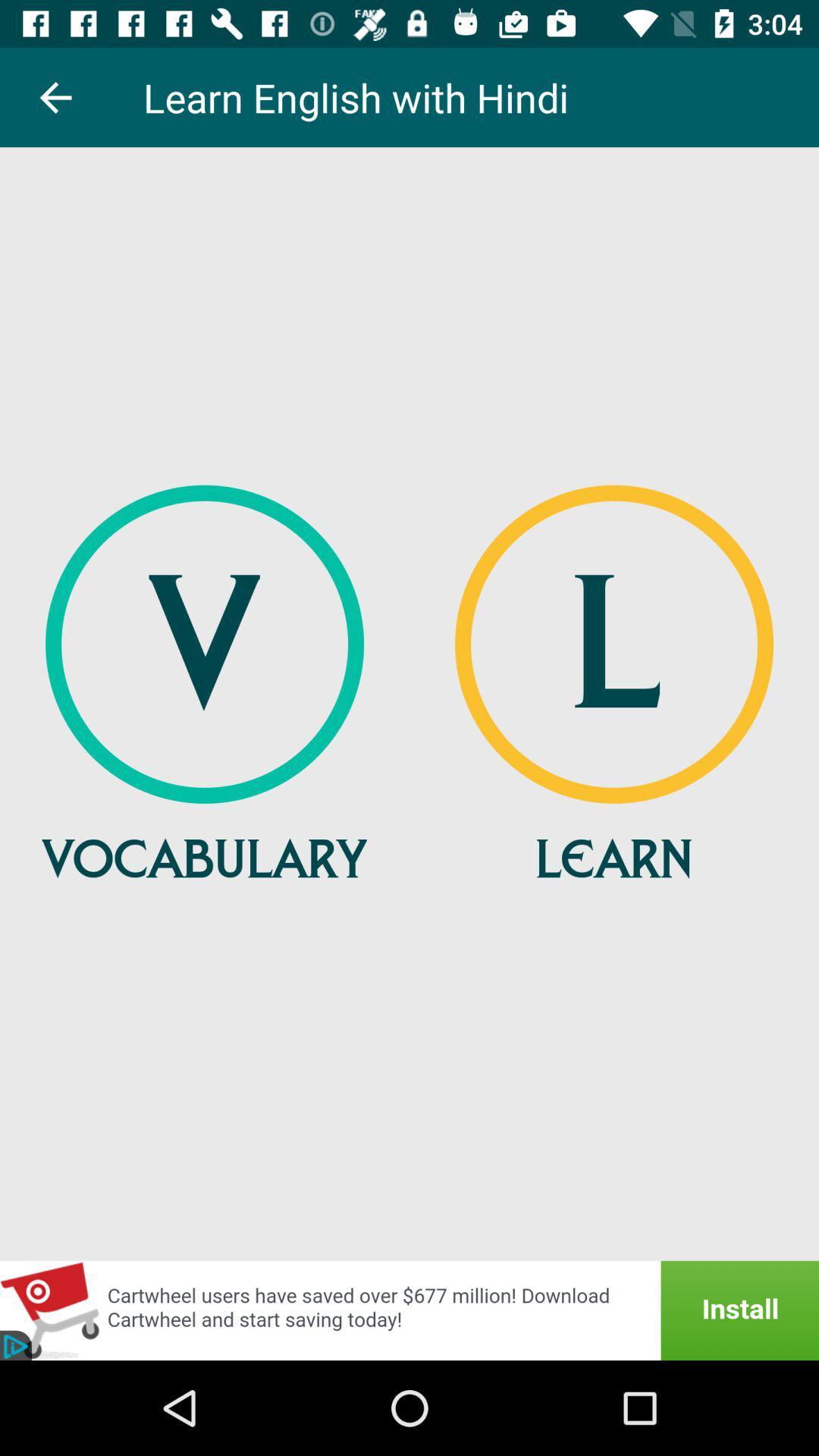 The image size is (819, 1456). I want to click on advertisement, so click(409, 1310).